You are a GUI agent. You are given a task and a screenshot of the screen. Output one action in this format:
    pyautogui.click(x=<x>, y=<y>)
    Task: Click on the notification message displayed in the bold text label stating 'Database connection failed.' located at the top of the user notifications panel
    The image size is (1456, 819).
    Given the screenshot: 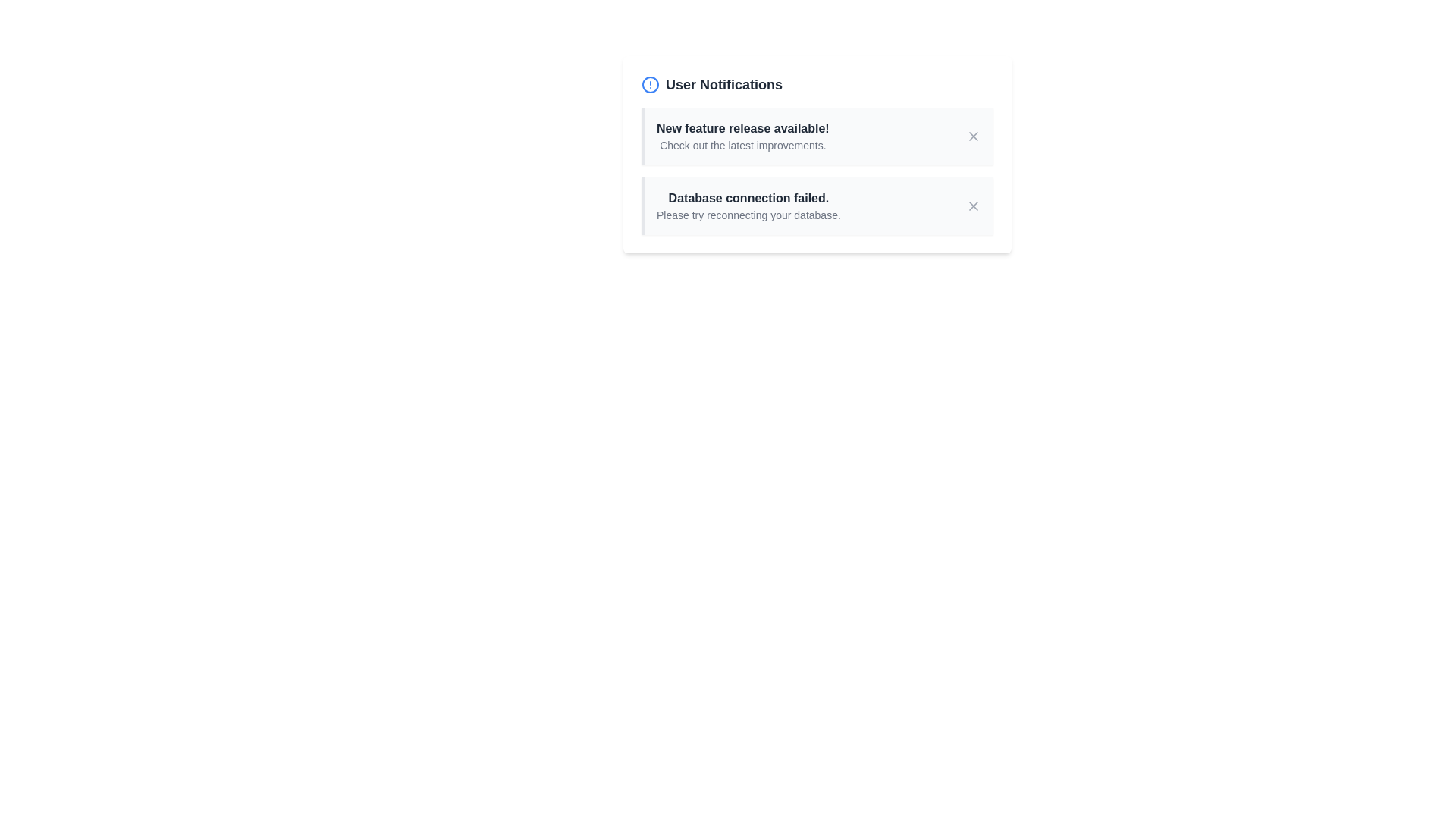 What is the action you would take?
    pyautogui.click(x=748, y=198)
    